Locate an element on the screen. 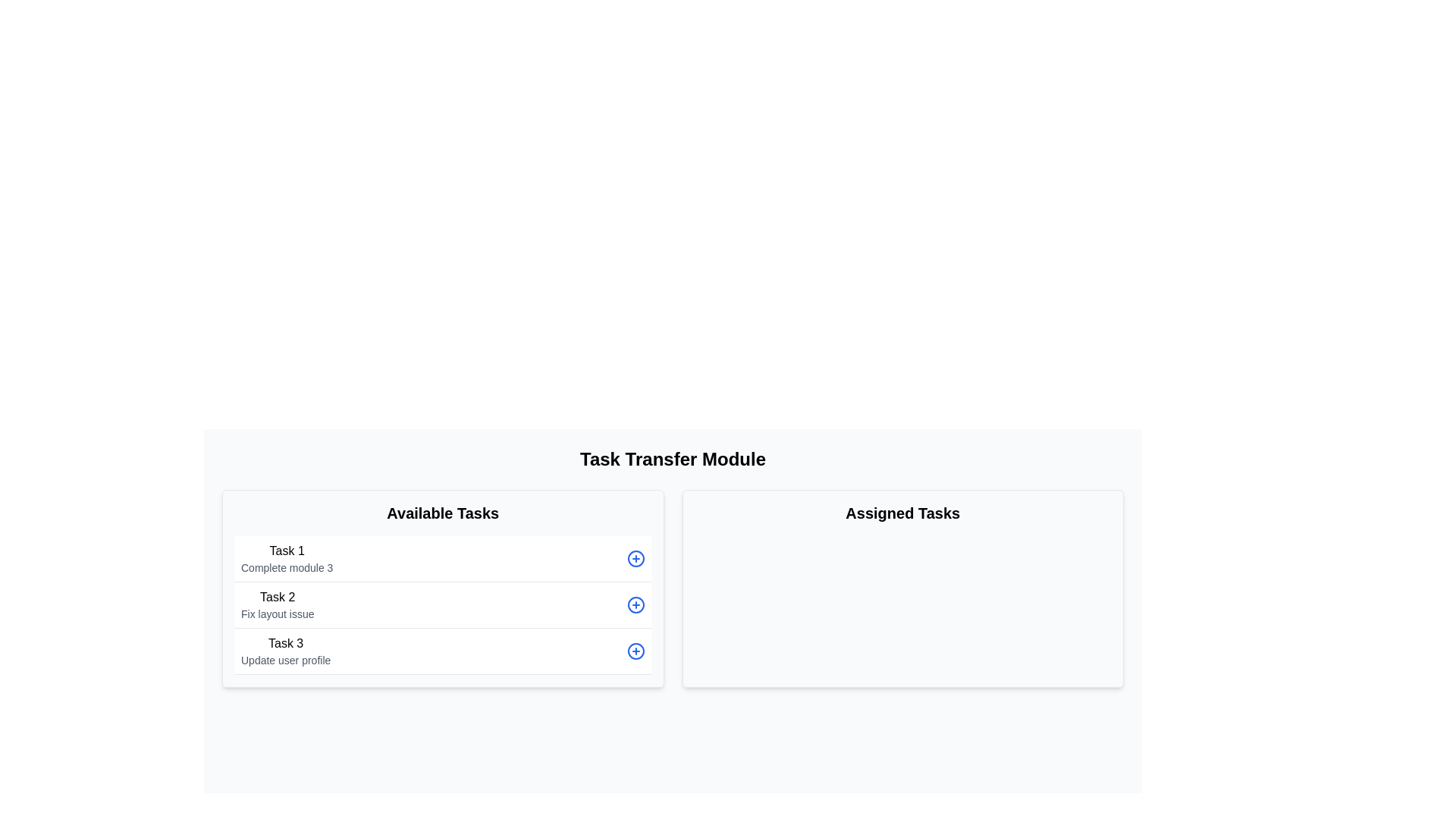  the blue circular button with a plus symbol located in the 'Available Tasks' section next to 'Task 1: Complete module 3' is located at coordinates (635, 558).